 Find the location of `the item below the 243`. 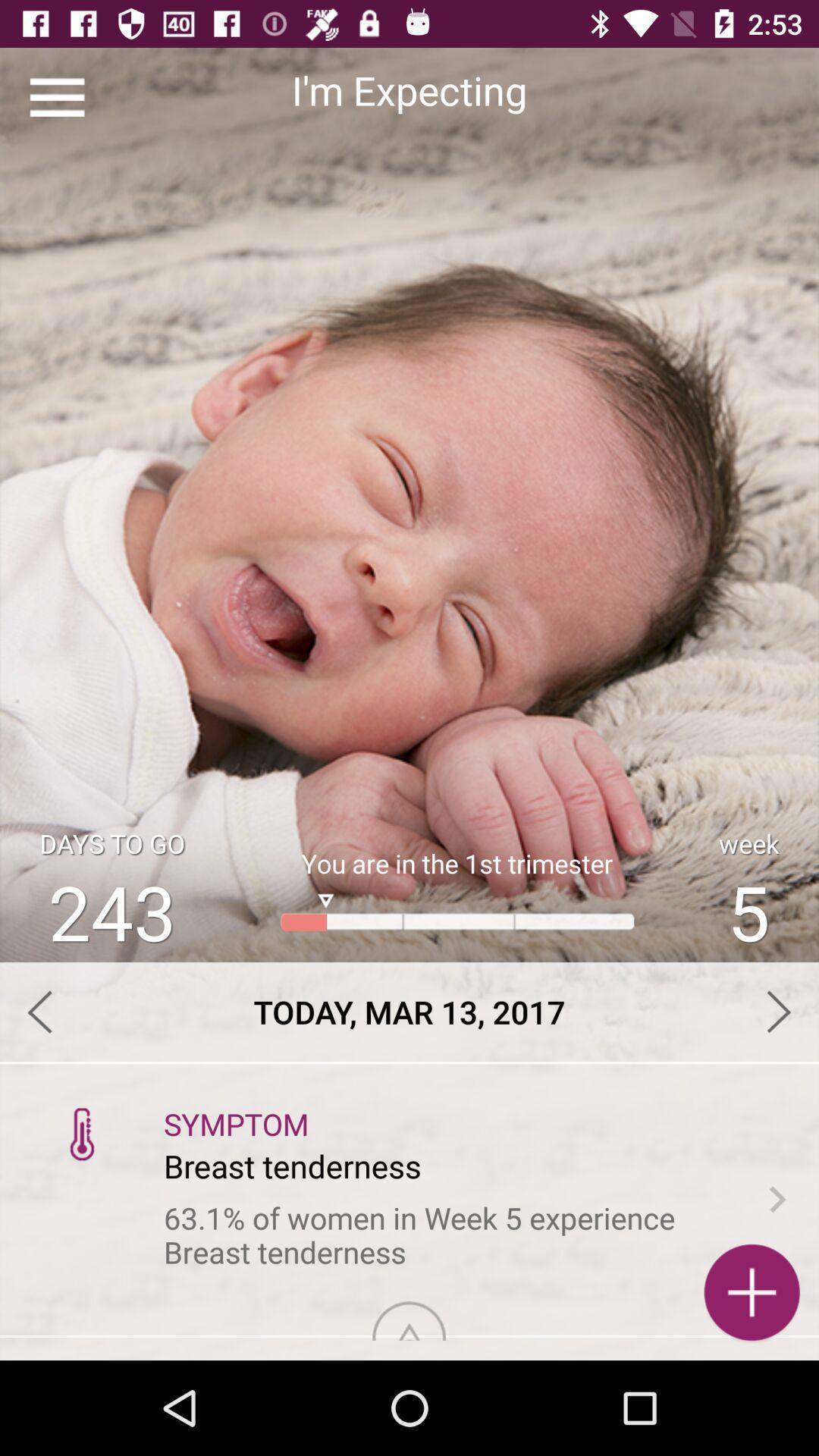

the item below the 243 is located at coordinates (409, 1012).